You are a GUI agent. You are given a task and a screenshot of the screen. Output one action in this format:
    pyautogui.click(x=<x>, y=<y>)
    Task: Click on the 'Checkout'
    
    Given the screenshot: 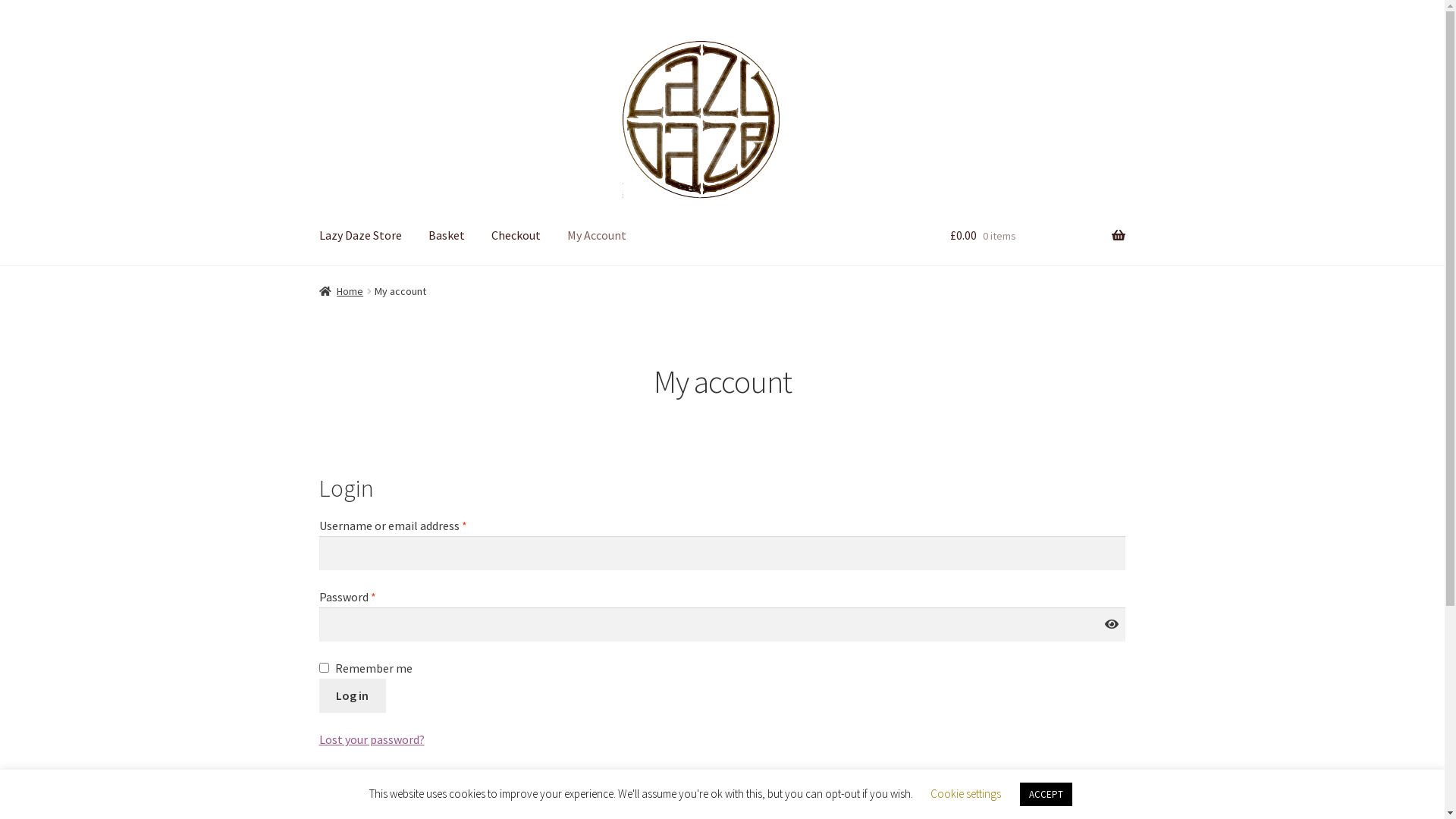 What is the action you would take?
    pyautogui.click(x=516, y=236)
    